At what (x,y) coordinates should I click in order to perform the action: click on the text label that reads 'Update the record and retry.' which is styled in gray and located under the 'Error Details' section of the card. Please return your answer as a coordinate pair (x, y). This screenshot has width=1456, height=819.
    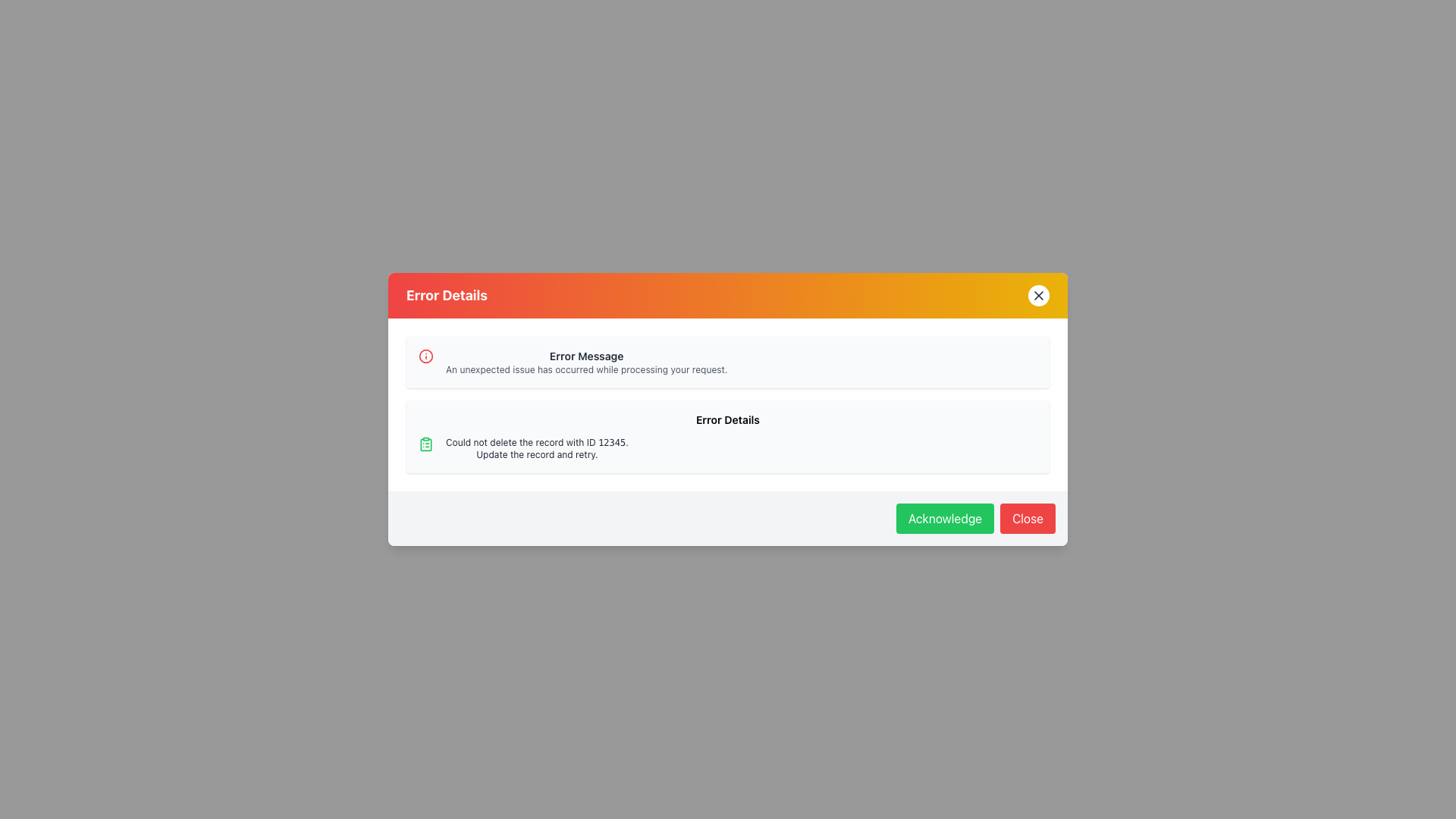
    Looking at the image, I should click on (537, 454).